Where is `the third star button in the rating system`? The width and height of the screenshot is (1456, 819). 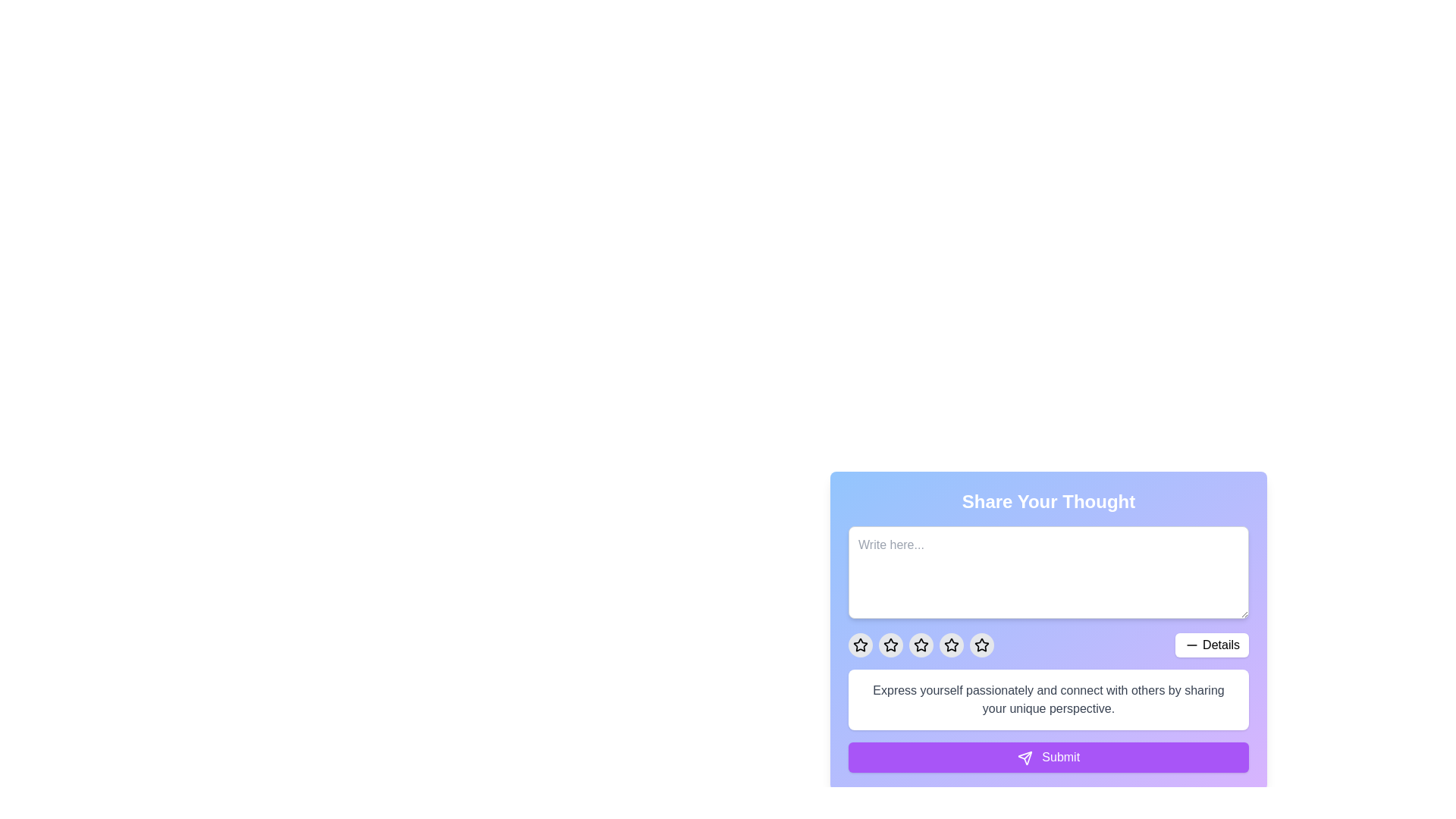 the third star button in the rating system is located at coordinates (920, 645).